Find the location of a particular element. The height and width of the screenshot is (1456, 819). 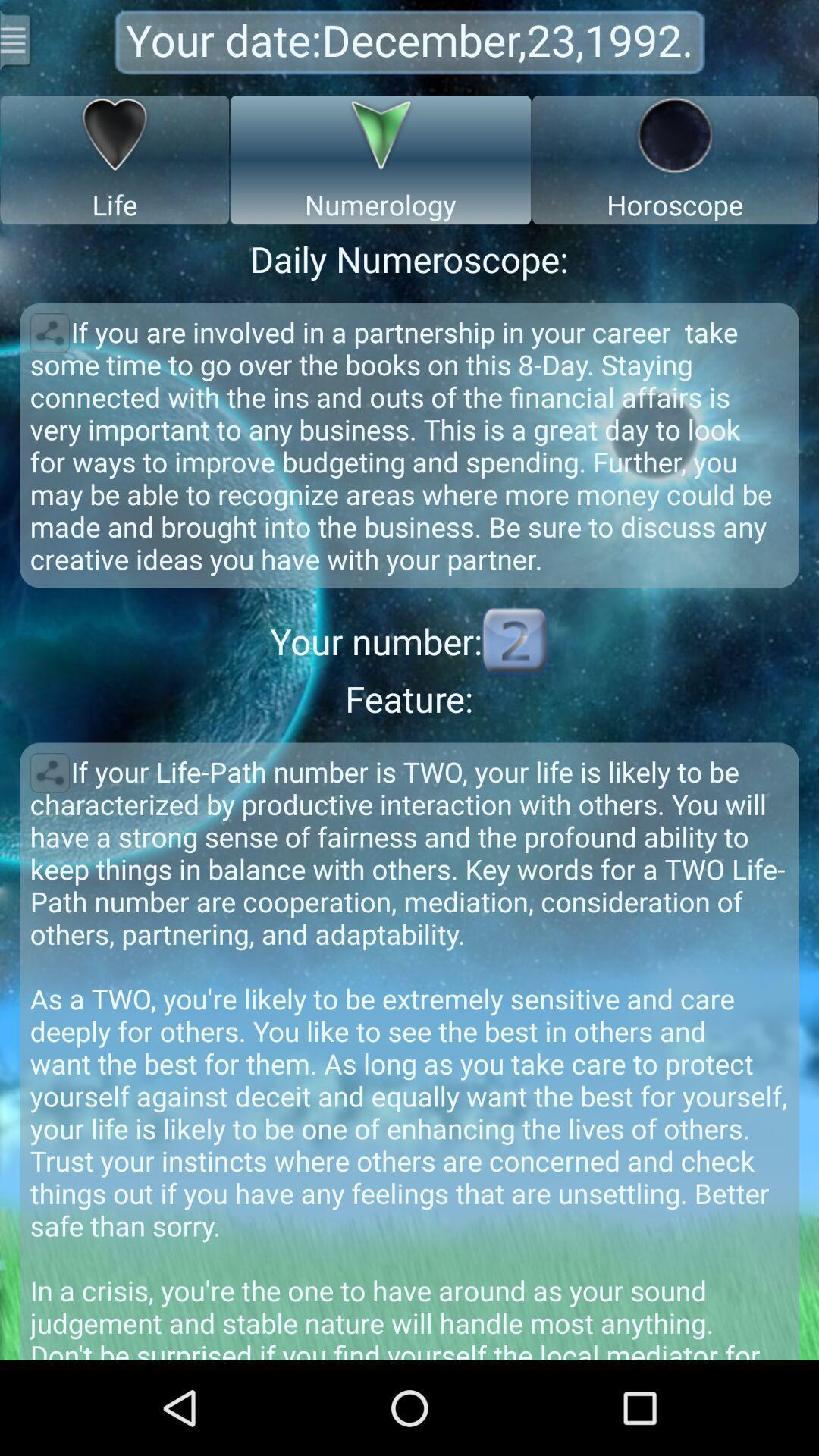

menu is located at coordinates (17, 39).